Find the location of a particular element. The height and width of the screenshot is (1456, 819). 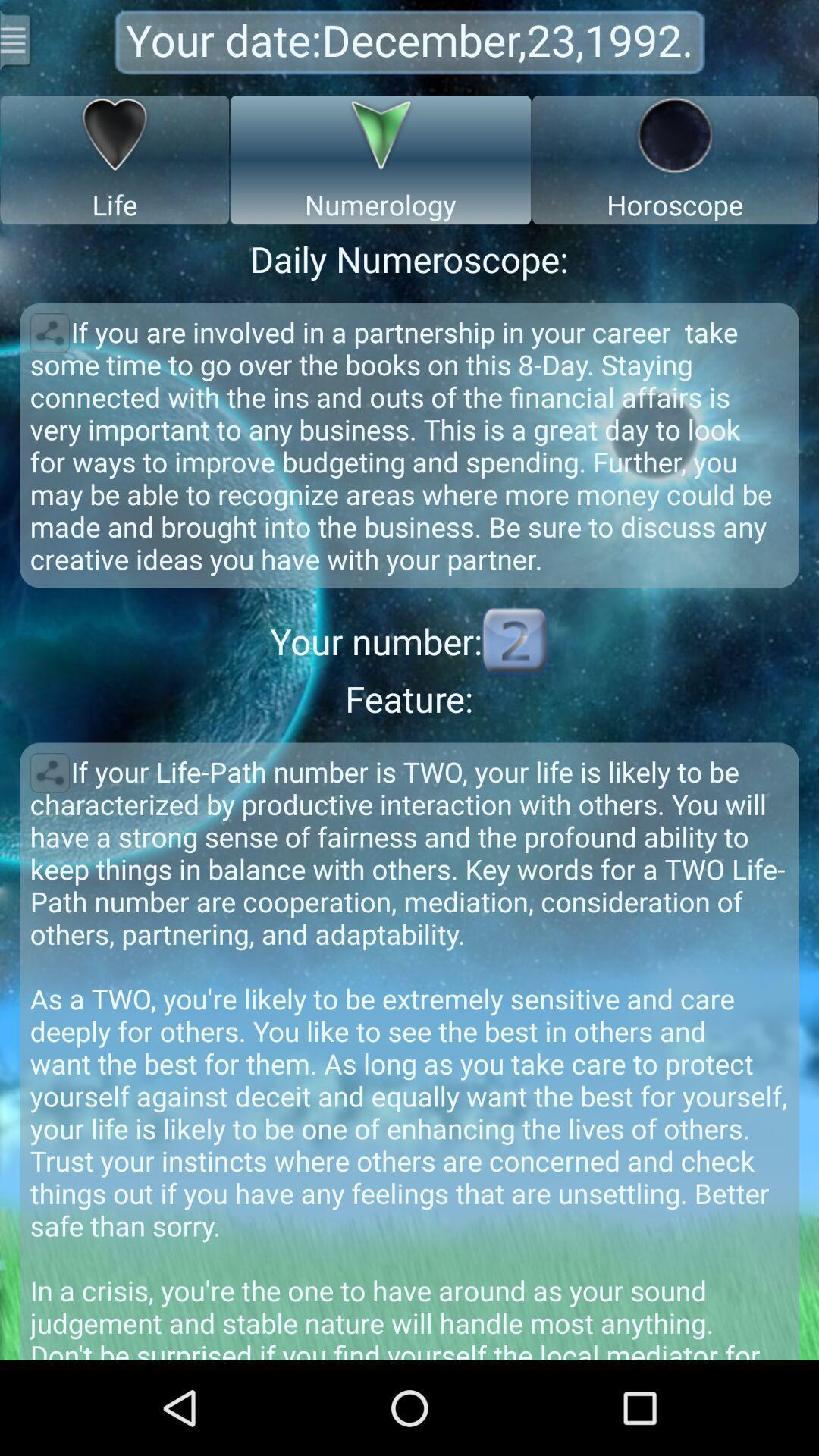

menu is located at coordinates (17, 39).